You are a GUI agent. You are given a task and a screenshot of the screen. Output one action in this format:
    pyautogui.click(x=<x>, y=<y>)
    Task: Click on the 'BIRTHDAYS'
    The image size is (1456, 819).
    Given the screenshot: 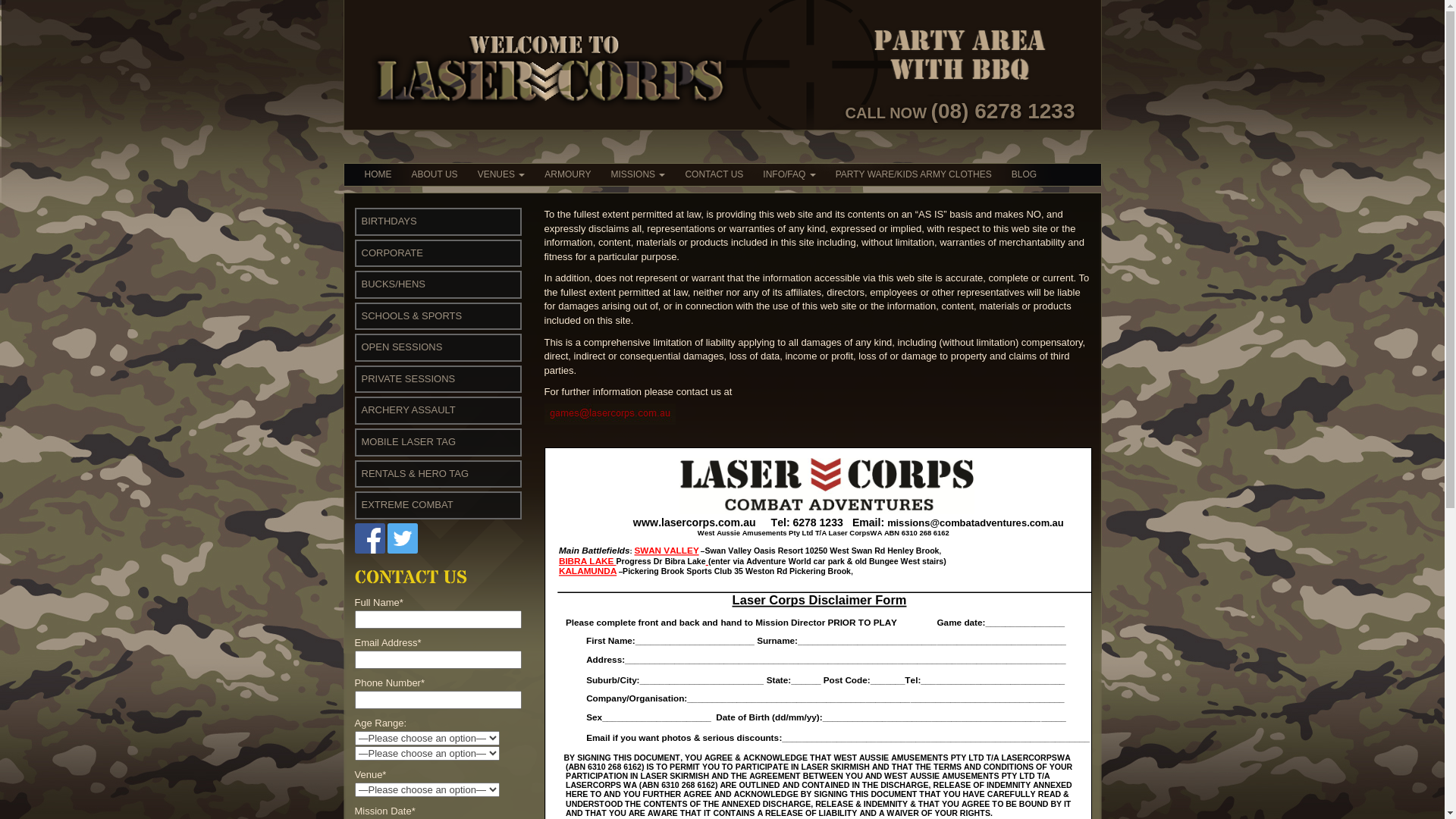 What is the action you would take?
    pyautogui.click(x=388, y=221)
    